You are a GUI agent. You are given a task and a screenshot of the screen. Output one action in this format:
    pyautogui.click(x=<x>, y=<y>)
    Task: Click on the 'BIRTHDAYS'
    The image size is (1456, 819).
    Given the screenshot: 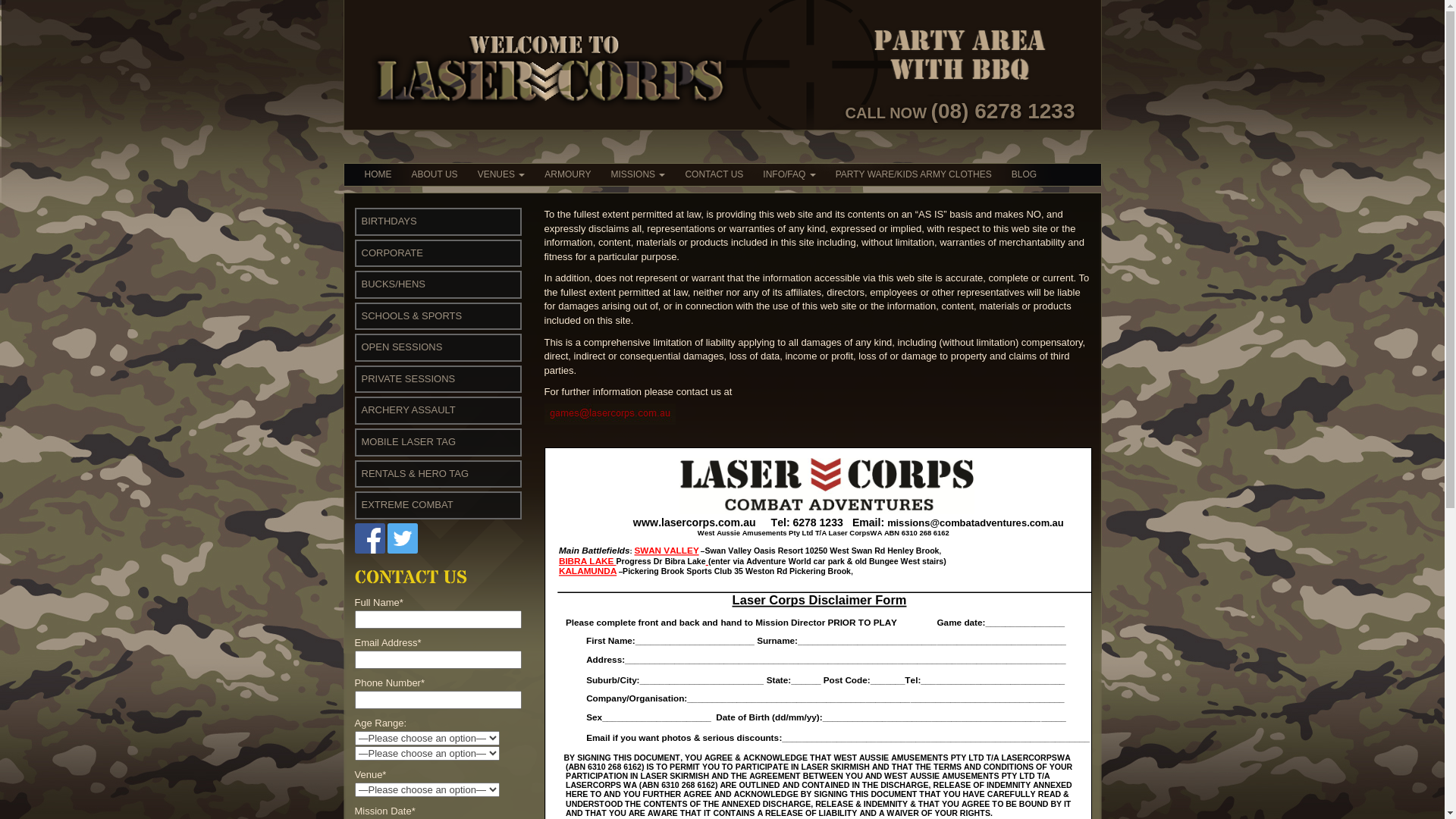 What is the action you would take?
    pyautogui.click(x=388, y=221)
    